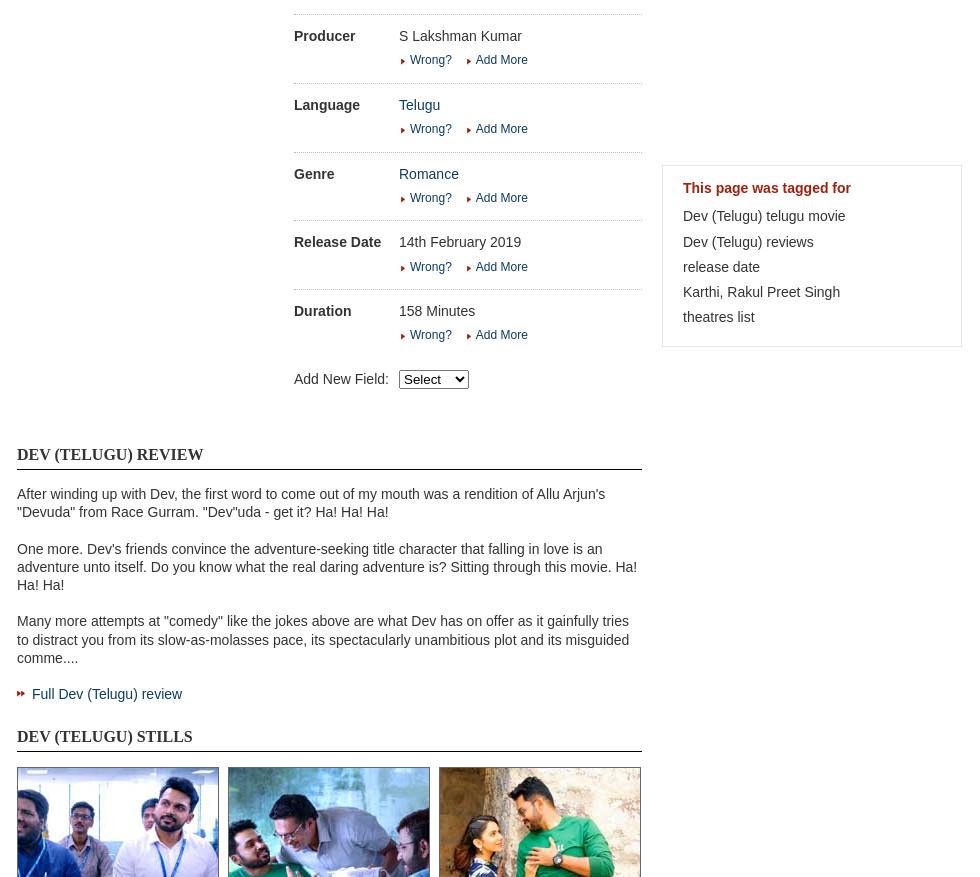 This screenshot has height=877, width=980. Describe the element at coordinates (322, 309) in the screenshot. I see `'Duration'` at that location.